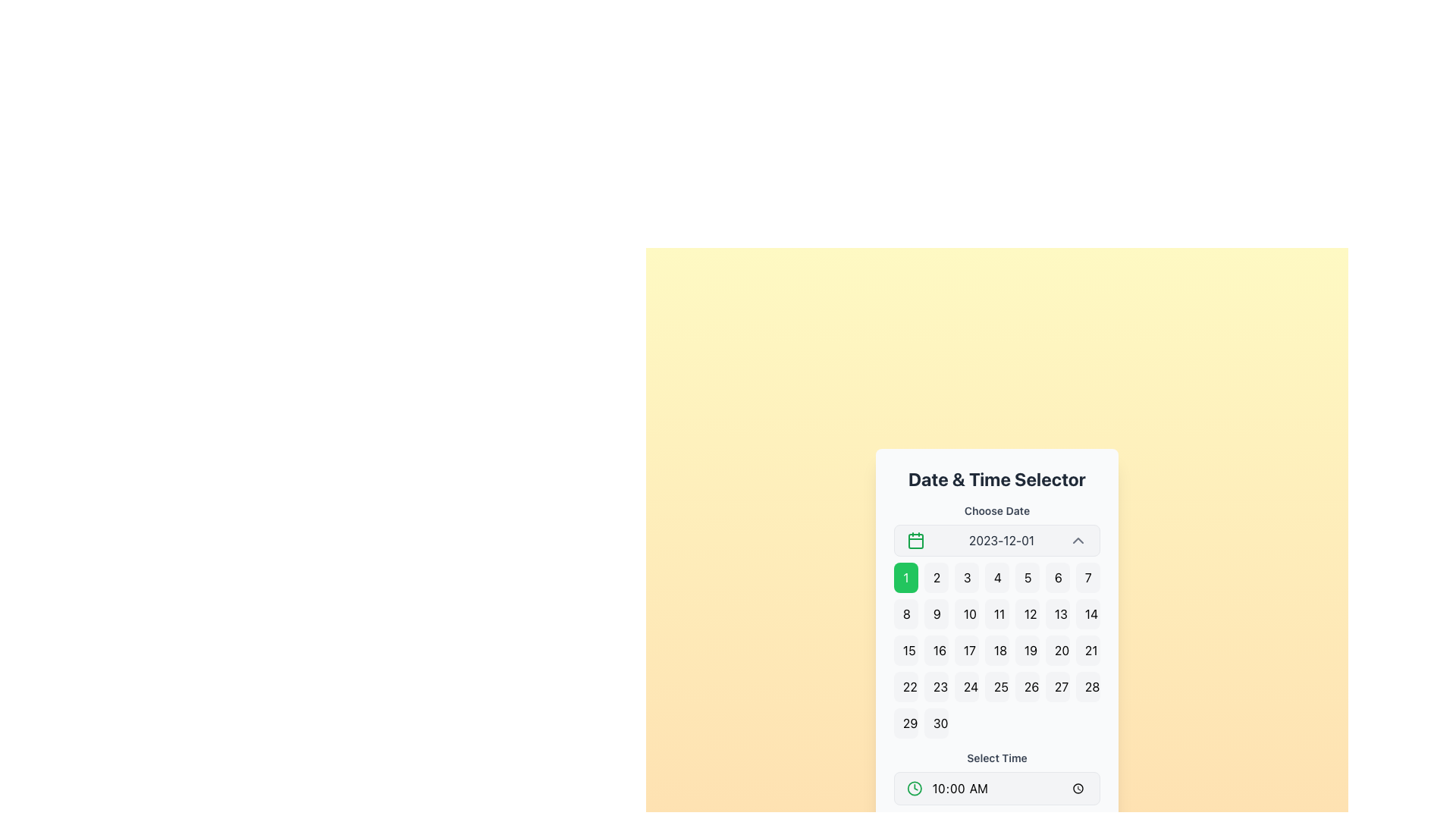  I want to click on the button styled as a rounded rectangle with a centered numeral '9', so click(935, 614).